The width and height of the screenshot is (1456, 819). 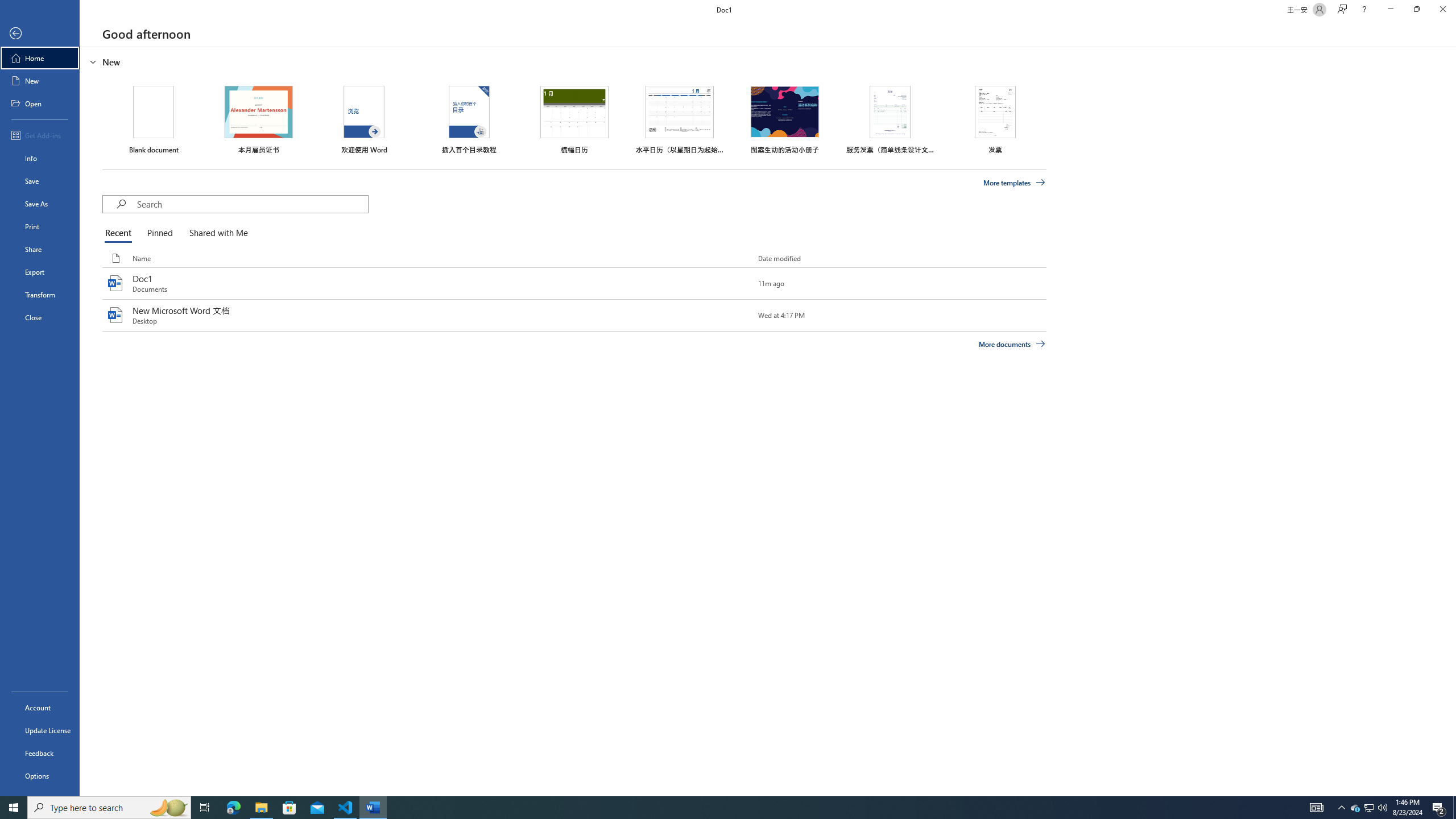 What do you see at coordinates (39, 202) in the screenshot?
I see `'Save As'` at bounding box center [39, 202].